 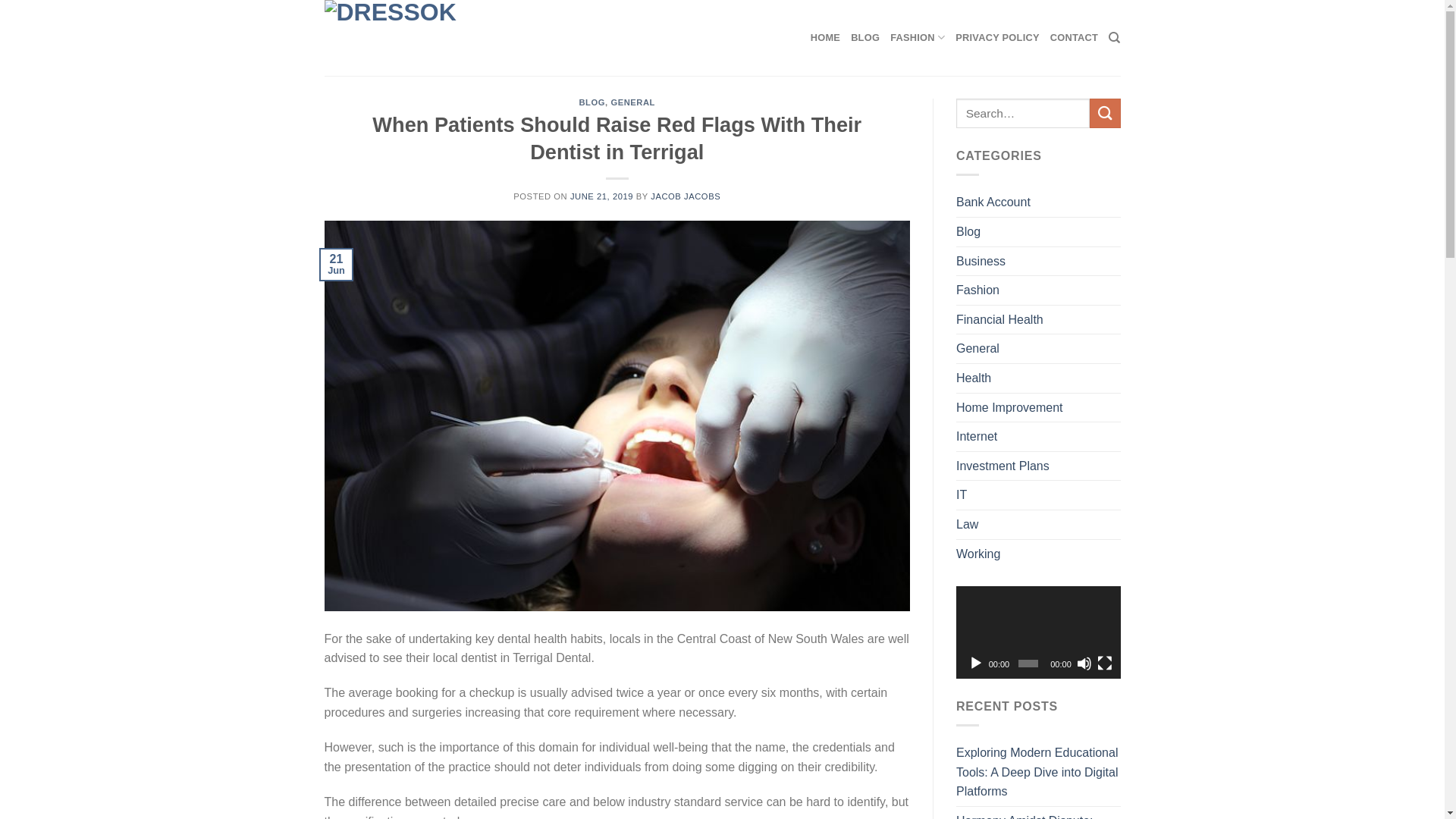 What do you see at coordinates (601, 195) in the screenshot?
I see `'JUNE 21, 2019'` at bounding box center [601, 195].